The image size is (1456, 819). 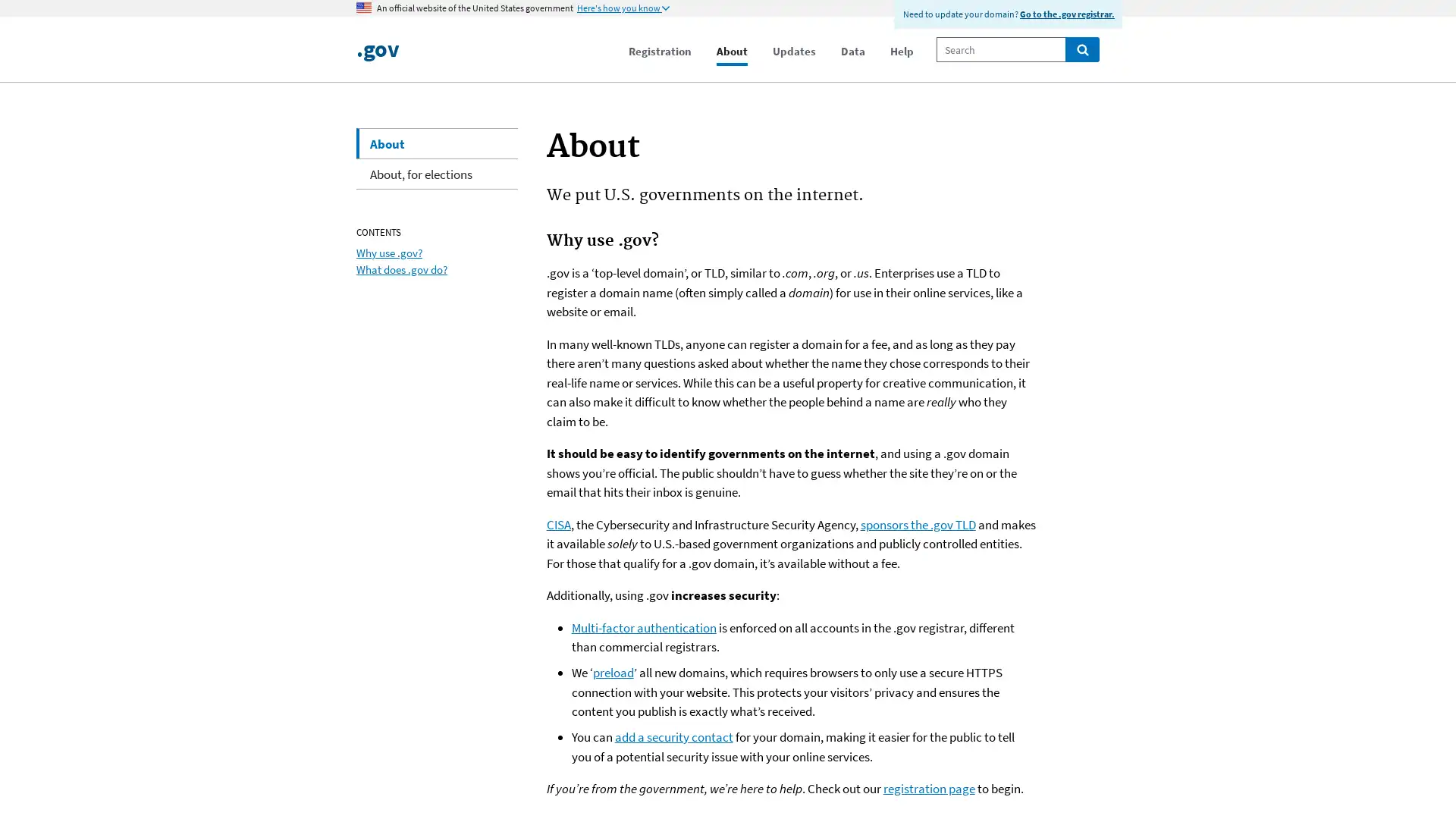 I want to click on Here's how you know, so click(x=623, y=8).